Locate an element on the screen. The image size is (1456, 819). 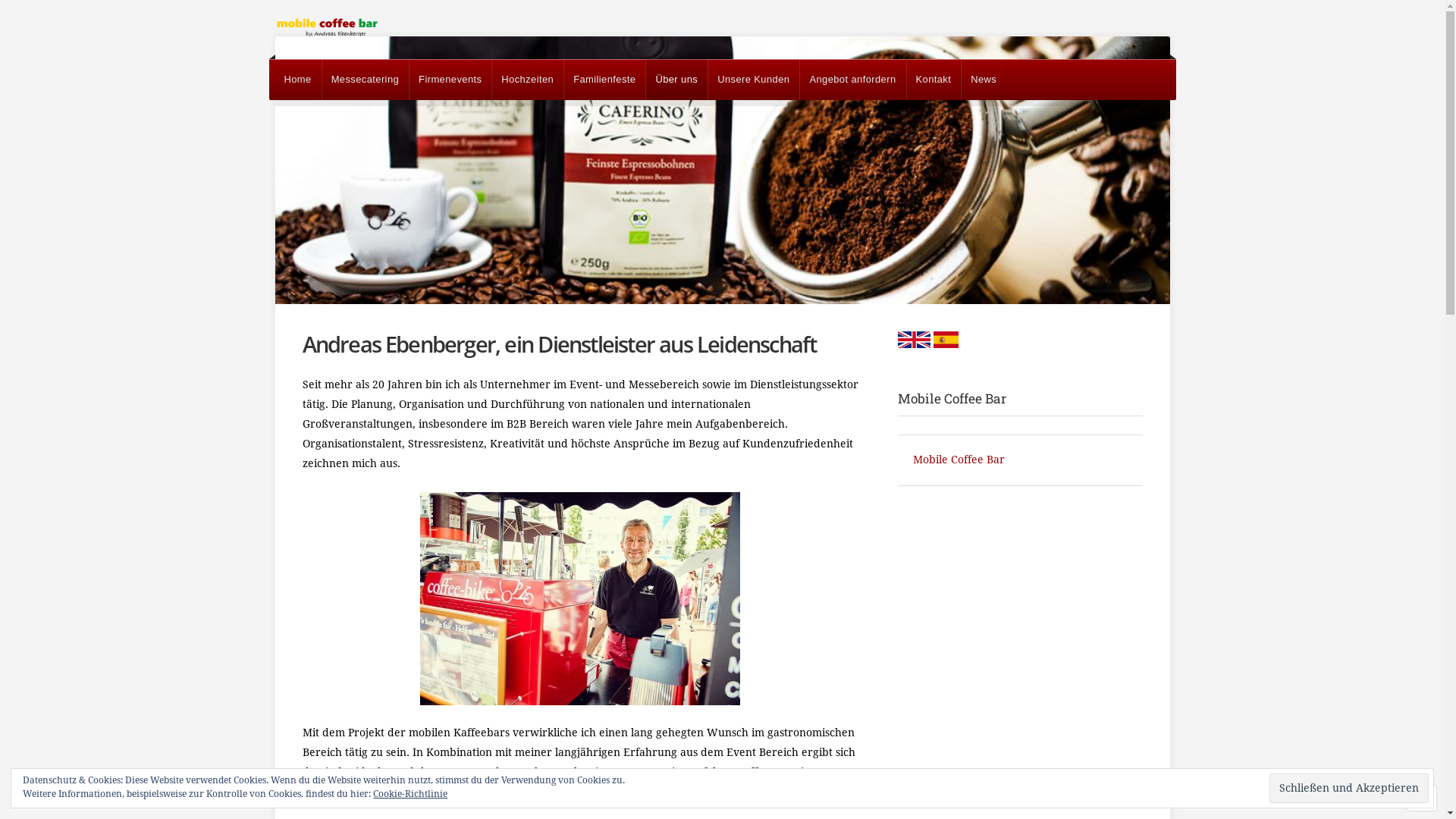
'Unsere Kunden' is located at coordinates (753, 79).